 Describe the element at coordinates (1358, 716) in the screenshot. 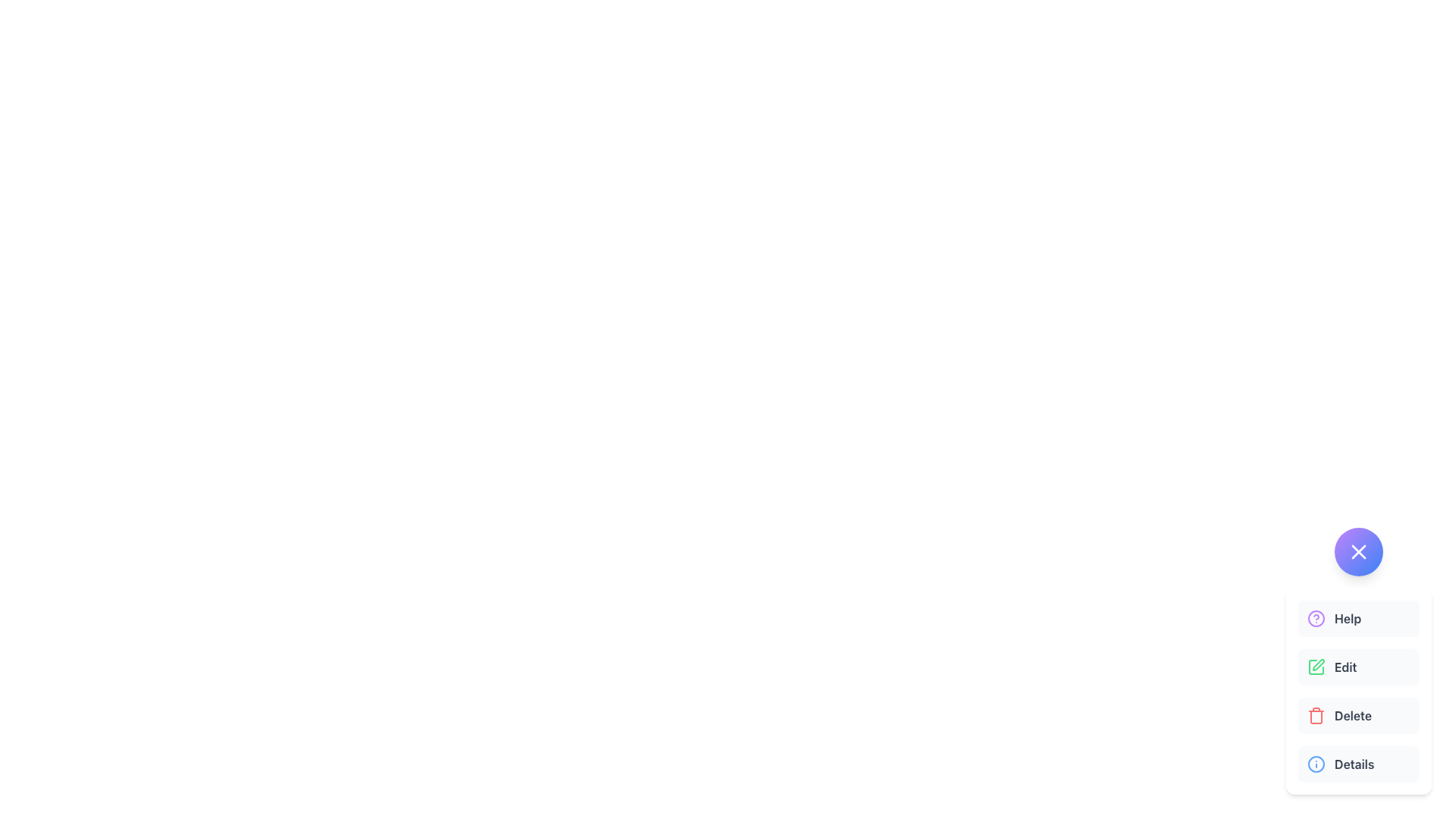

I see `the 'Delete' button in the dropdown menu, which is styled as a list item with a red trash can icon and dark gray text` at that location.